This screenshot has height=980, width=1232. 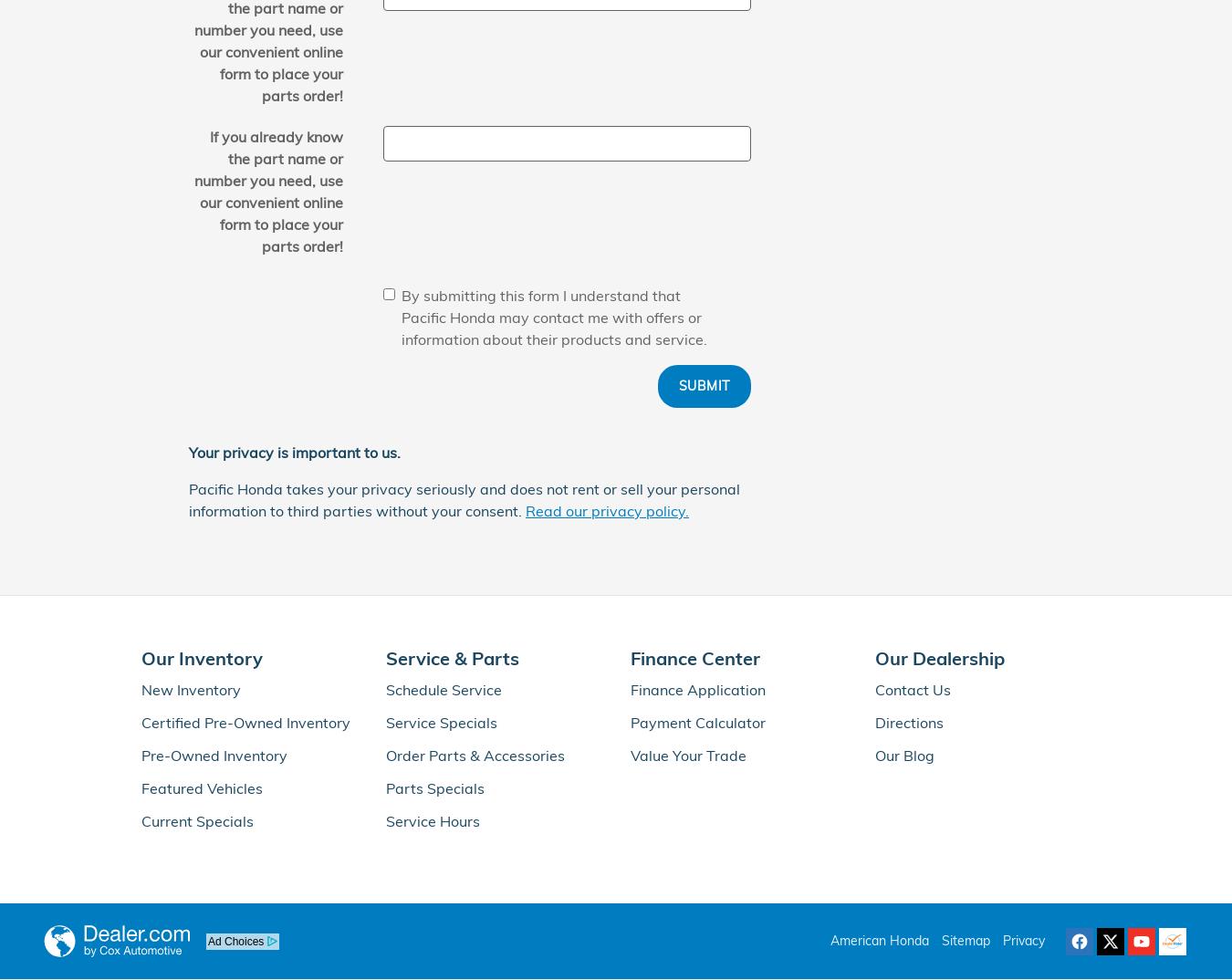 I want to click on 'Featured Vehicles', so click(x=202, y=787).